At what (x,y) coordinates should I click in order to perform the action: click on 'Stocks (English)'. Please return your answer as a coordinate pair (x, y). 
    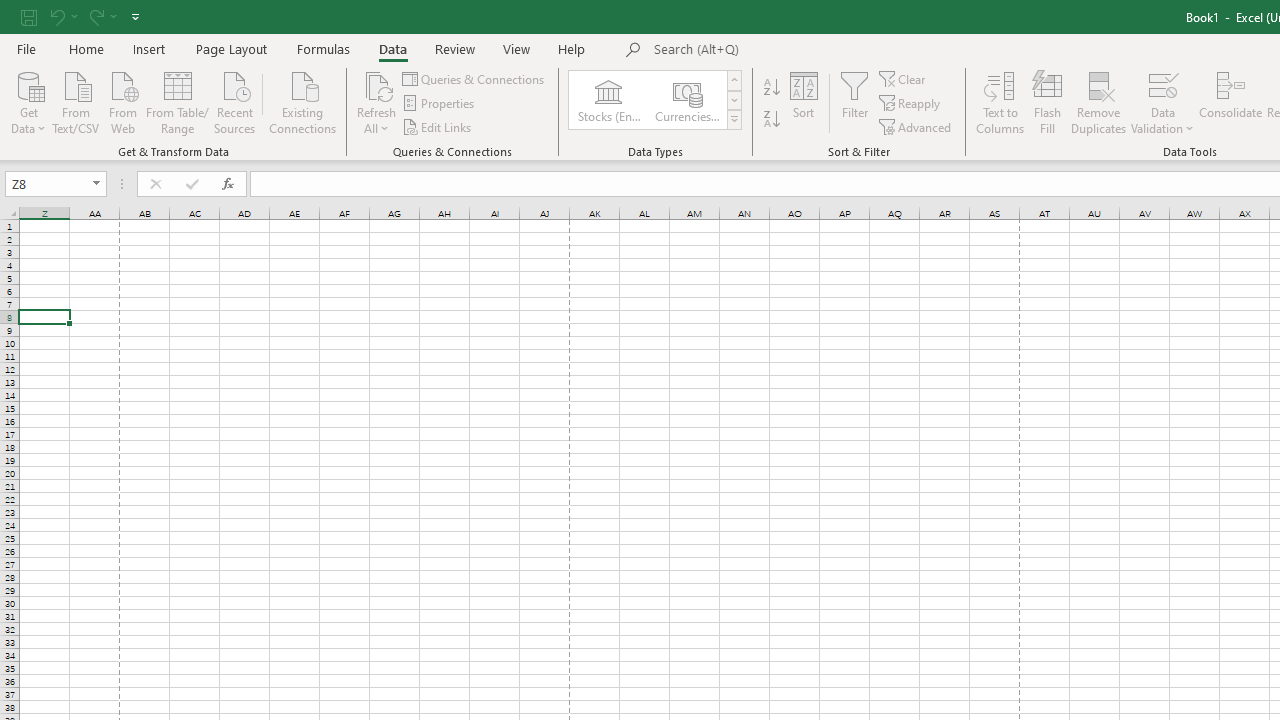
    Looking at the image, I should click on (607, 100).